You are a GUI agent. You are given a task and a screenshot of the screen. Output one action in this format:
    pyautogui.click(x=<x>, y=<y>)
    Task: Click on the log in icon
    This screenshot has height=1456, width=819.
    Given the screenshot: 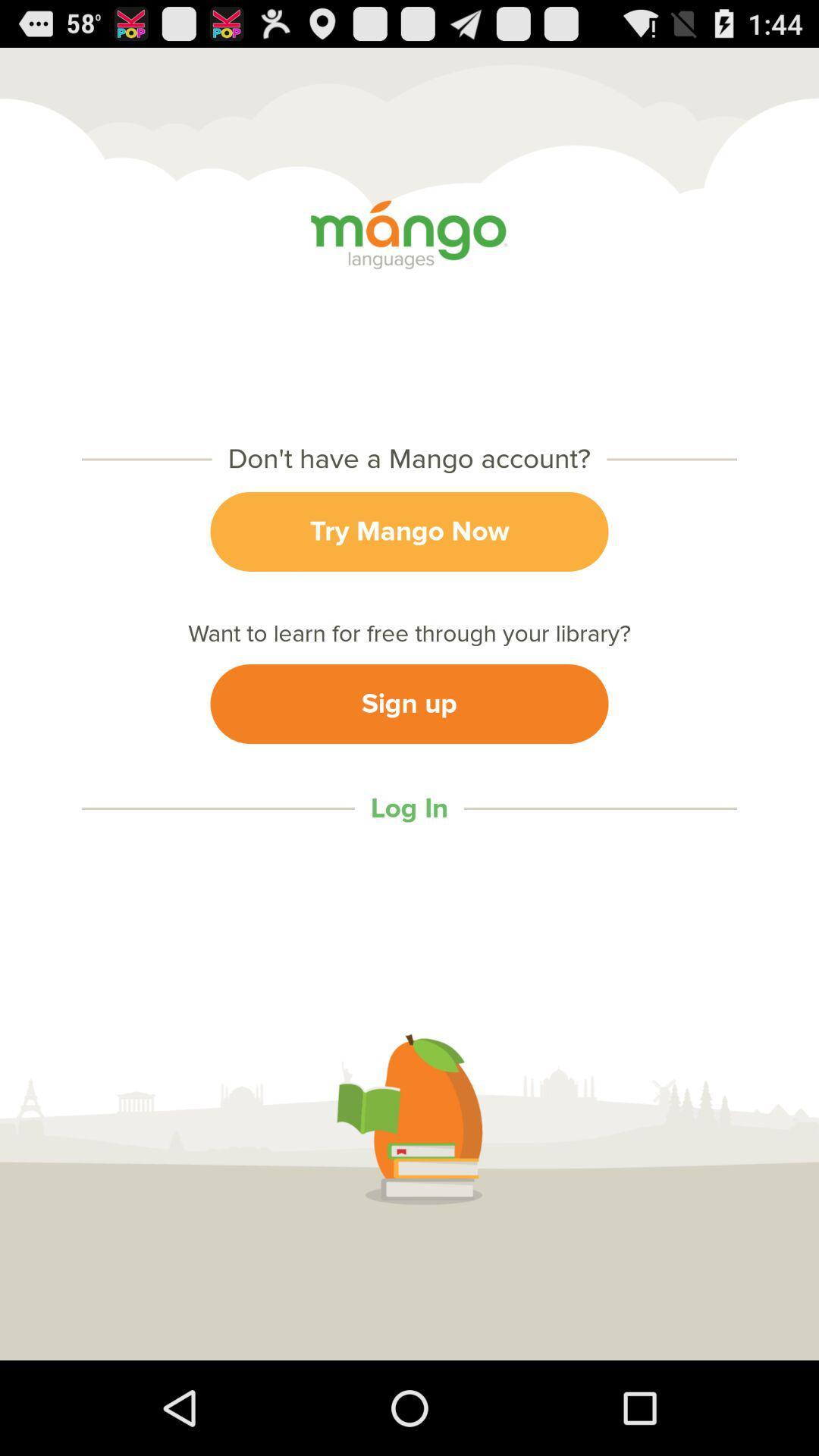 What is the action you would take?
    pyautogui.click(x=409, y=808)
    